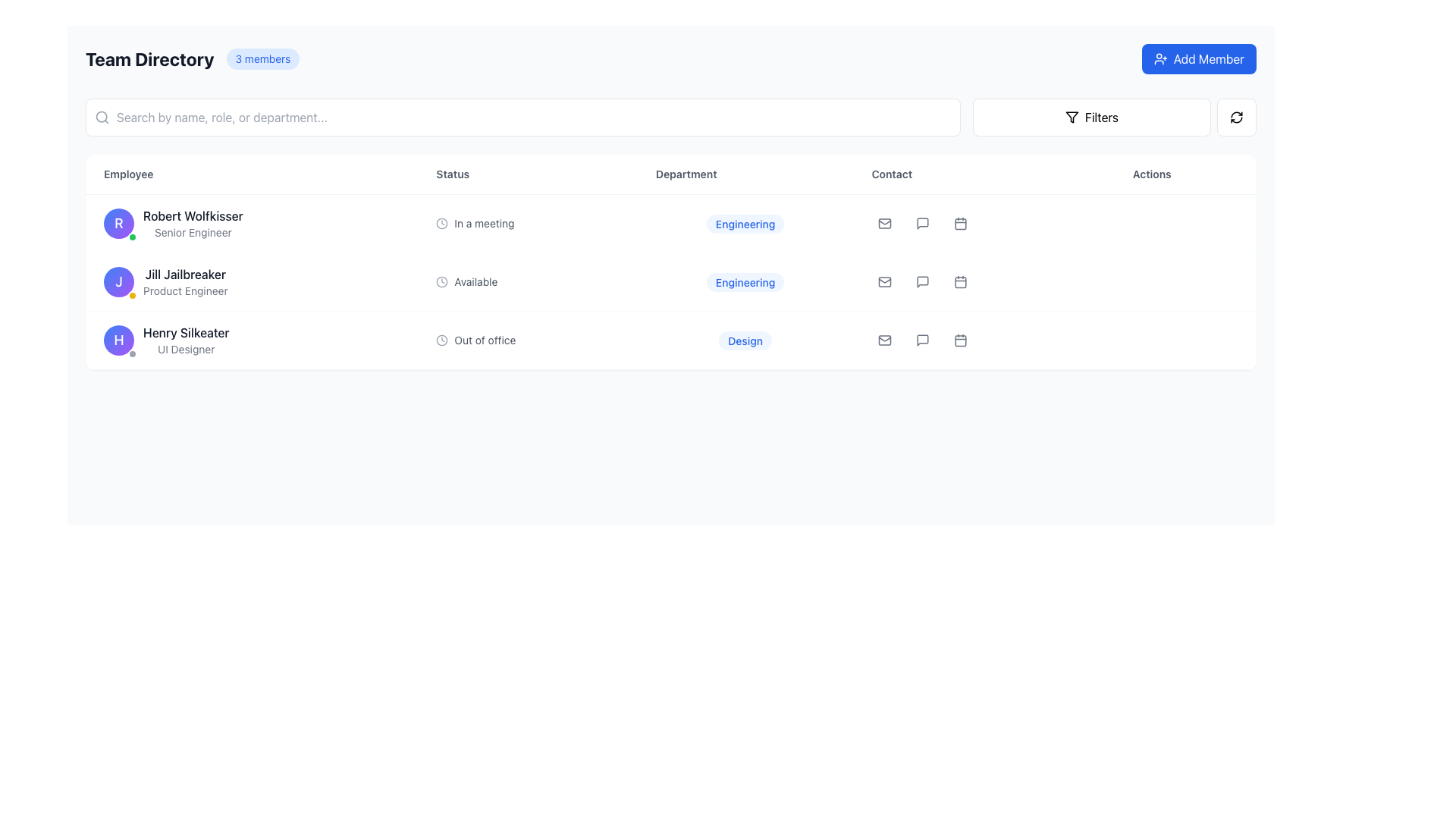 Image resolution: width=1456 pixels, height=819 pixels. I want to click on the refresh button located on the right side of the top filter section to reload the associated dataset or page, so click(1237, 116).